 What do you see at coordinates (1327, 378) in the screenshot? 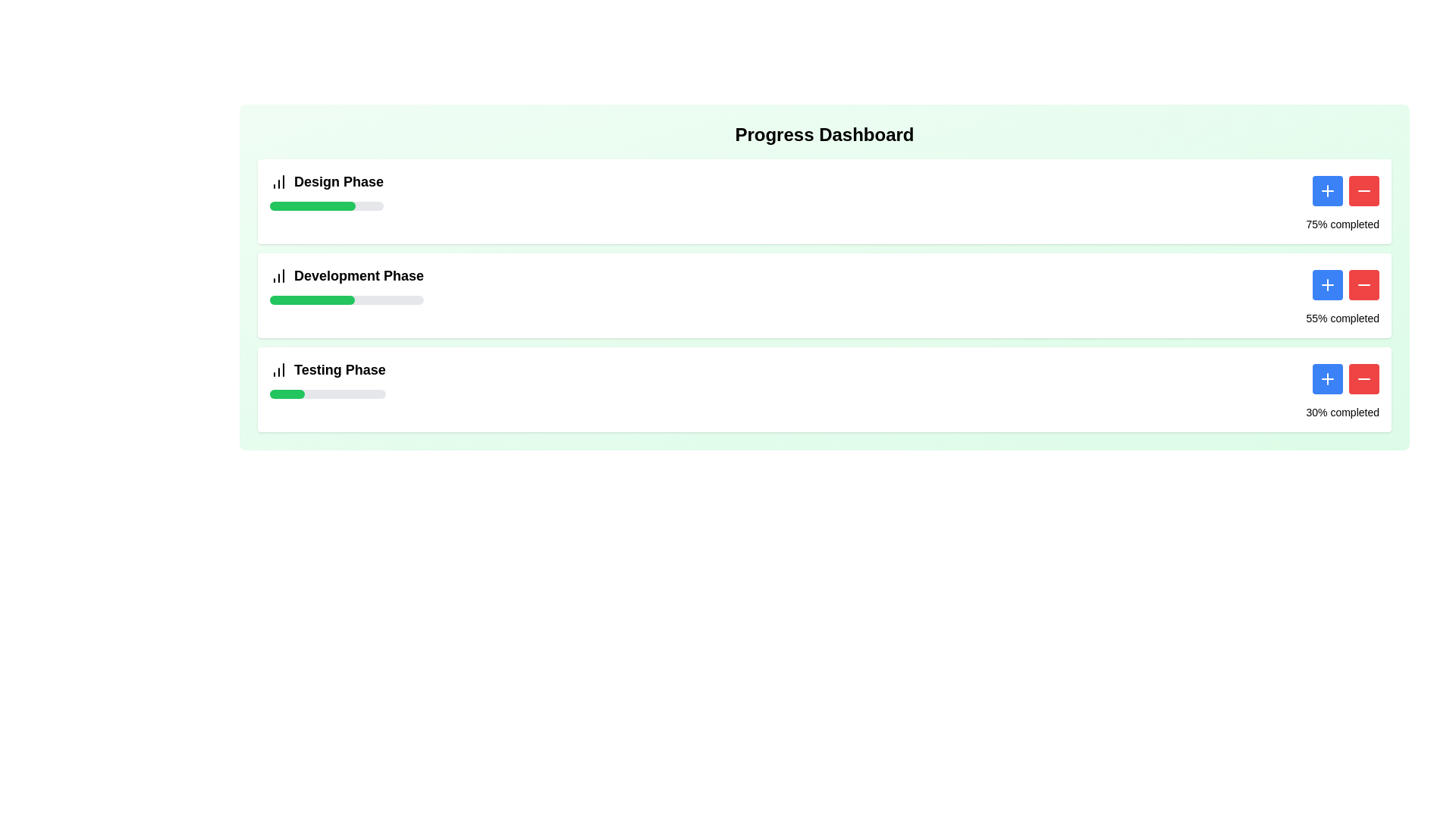
I see `the blue button with rounded corners and a white plus symbol in the center` at bounding box center [1327, 378].